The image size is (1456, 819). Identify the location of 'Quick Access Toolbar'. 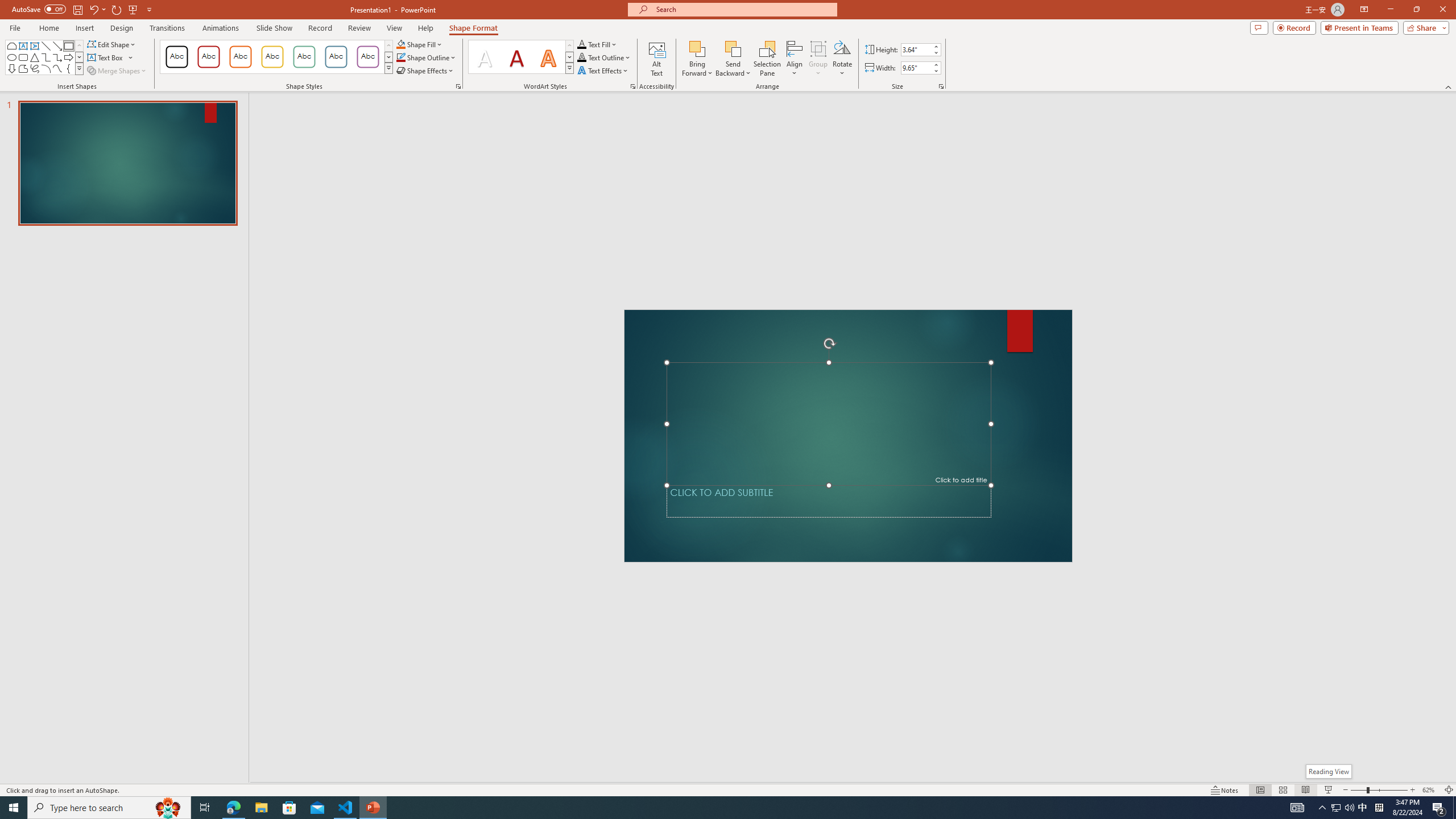
(82, 9).